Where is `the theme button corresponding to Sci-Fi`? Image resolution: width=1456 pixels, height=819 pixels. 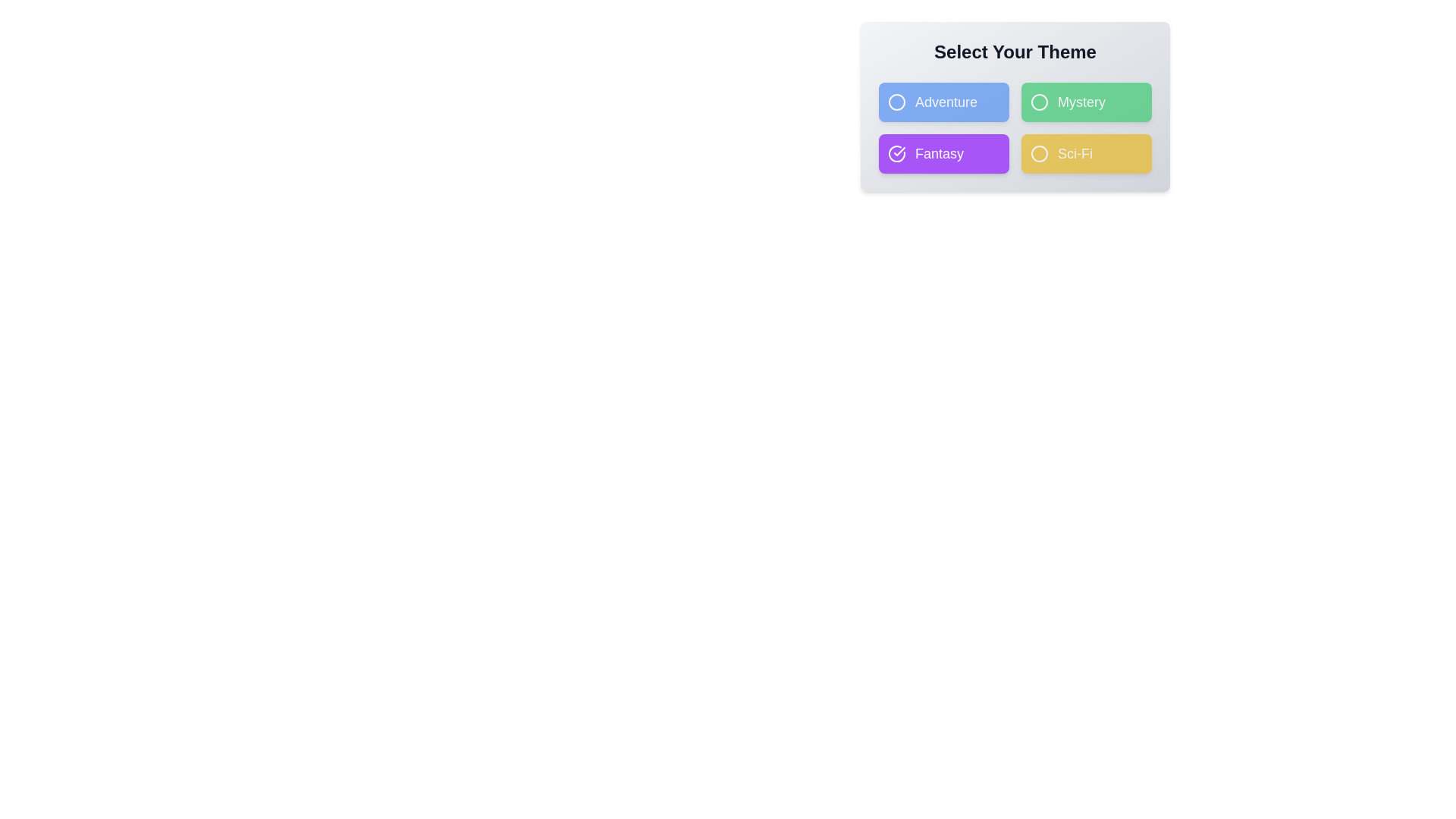 the theme button corresponding to Sci-Fi is located at coordinates (1086, 154).